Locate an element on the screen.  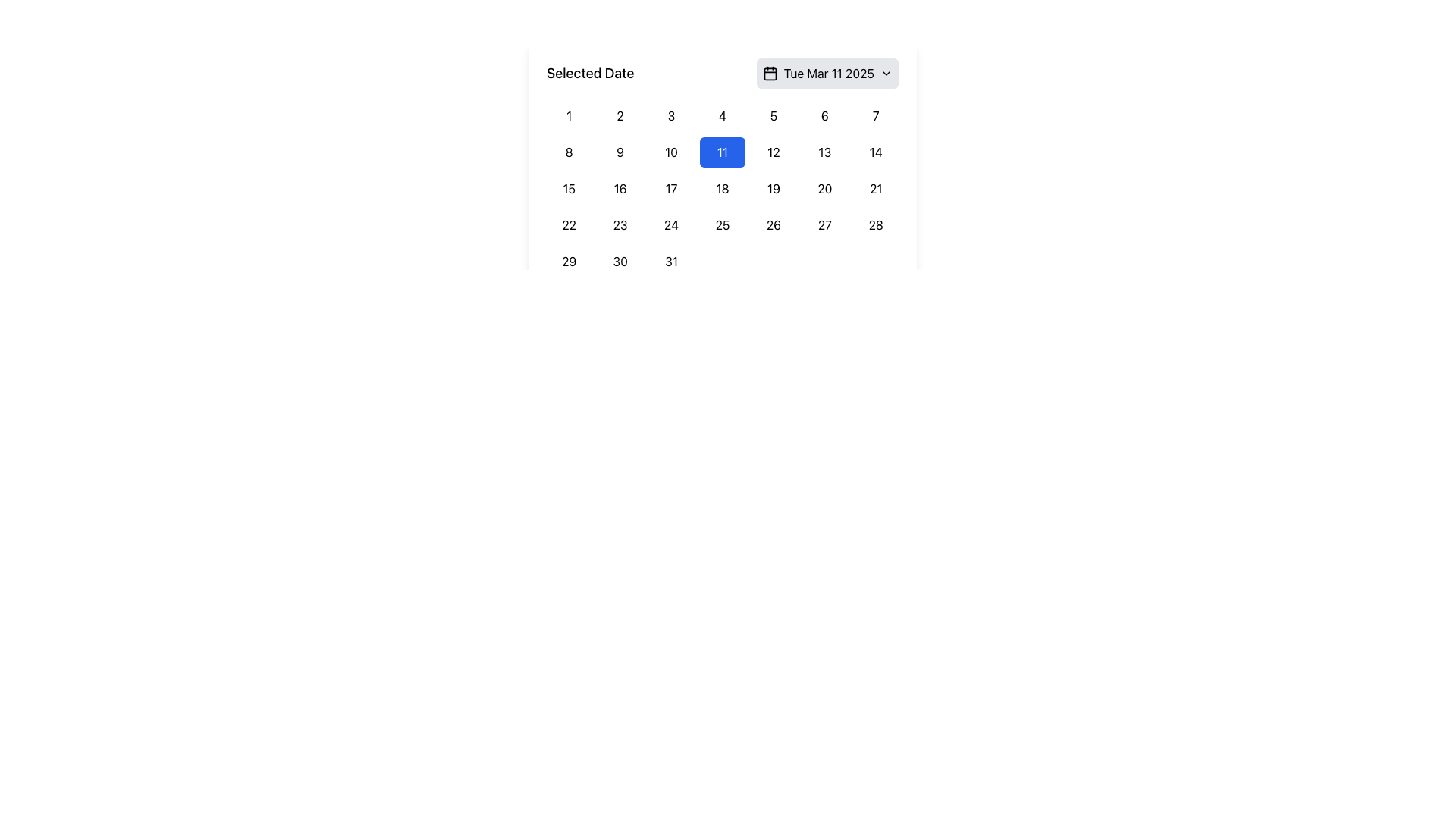
the clickable grid item representing the calendar day with the number '5', which is located in the top row of the grid is located at coordinates (773, 115).